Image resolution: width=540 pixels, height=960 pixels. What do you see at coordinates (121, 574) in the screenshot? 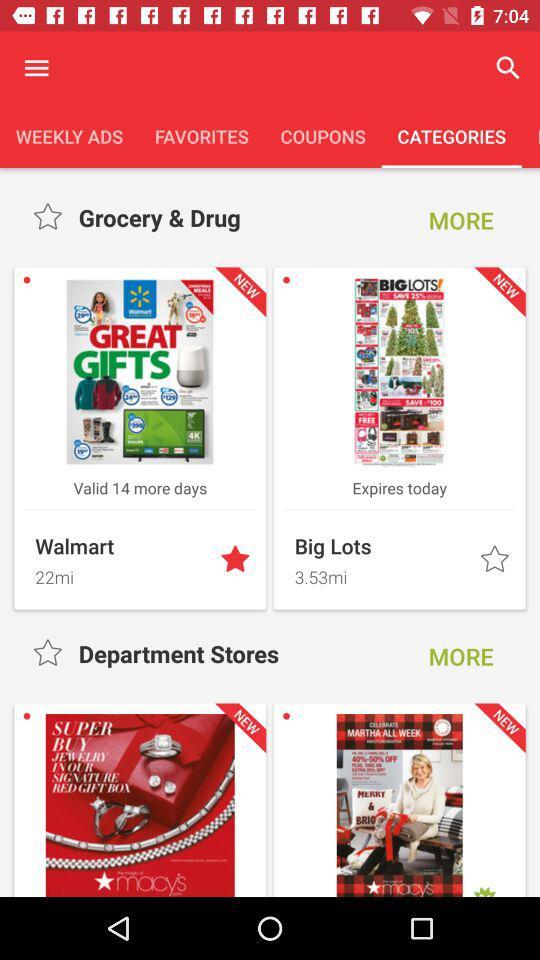
I see `the icon below walmart` at bounding box center [121, 574].